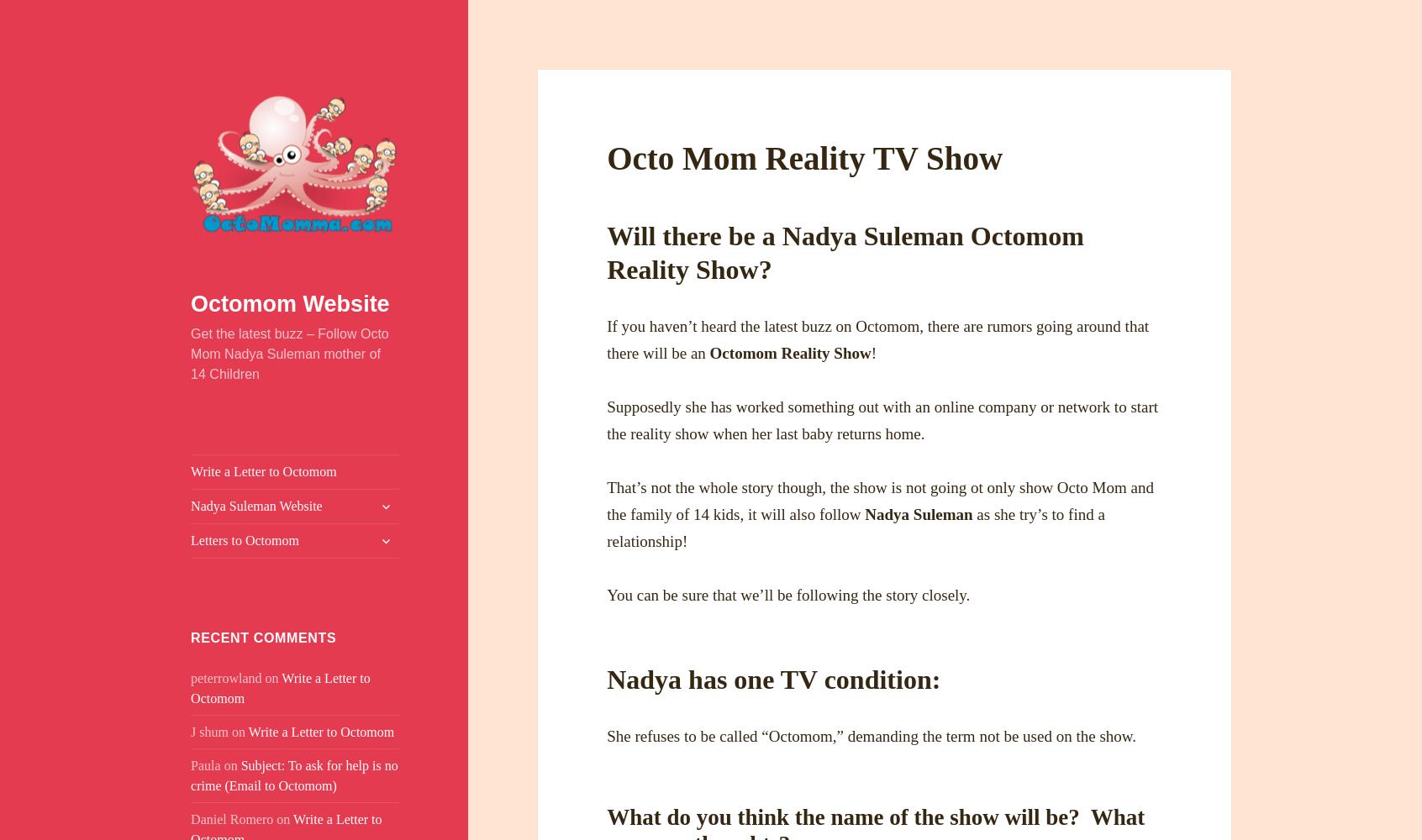  Describe the element at coordinates (226, 677) in the screenshot. I see `'peterrowland'` at that location.